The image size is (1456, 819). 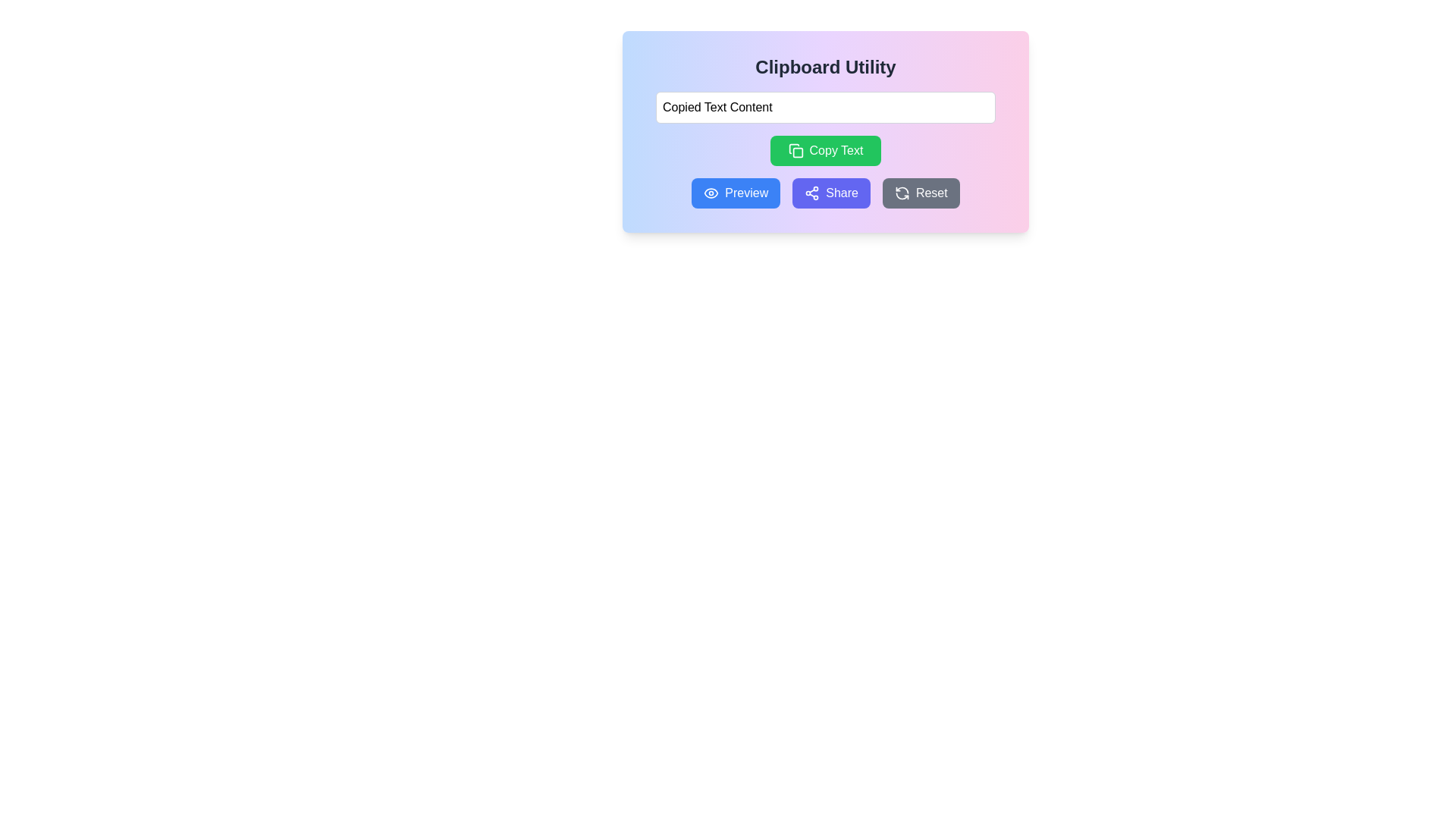 What do you see at coordinates (830, 192) in the screenshot?
I see `the sharing button located between the 'Preview' and 'Reset' buttons in the center part of the interface` at bounding box center [830, 192].